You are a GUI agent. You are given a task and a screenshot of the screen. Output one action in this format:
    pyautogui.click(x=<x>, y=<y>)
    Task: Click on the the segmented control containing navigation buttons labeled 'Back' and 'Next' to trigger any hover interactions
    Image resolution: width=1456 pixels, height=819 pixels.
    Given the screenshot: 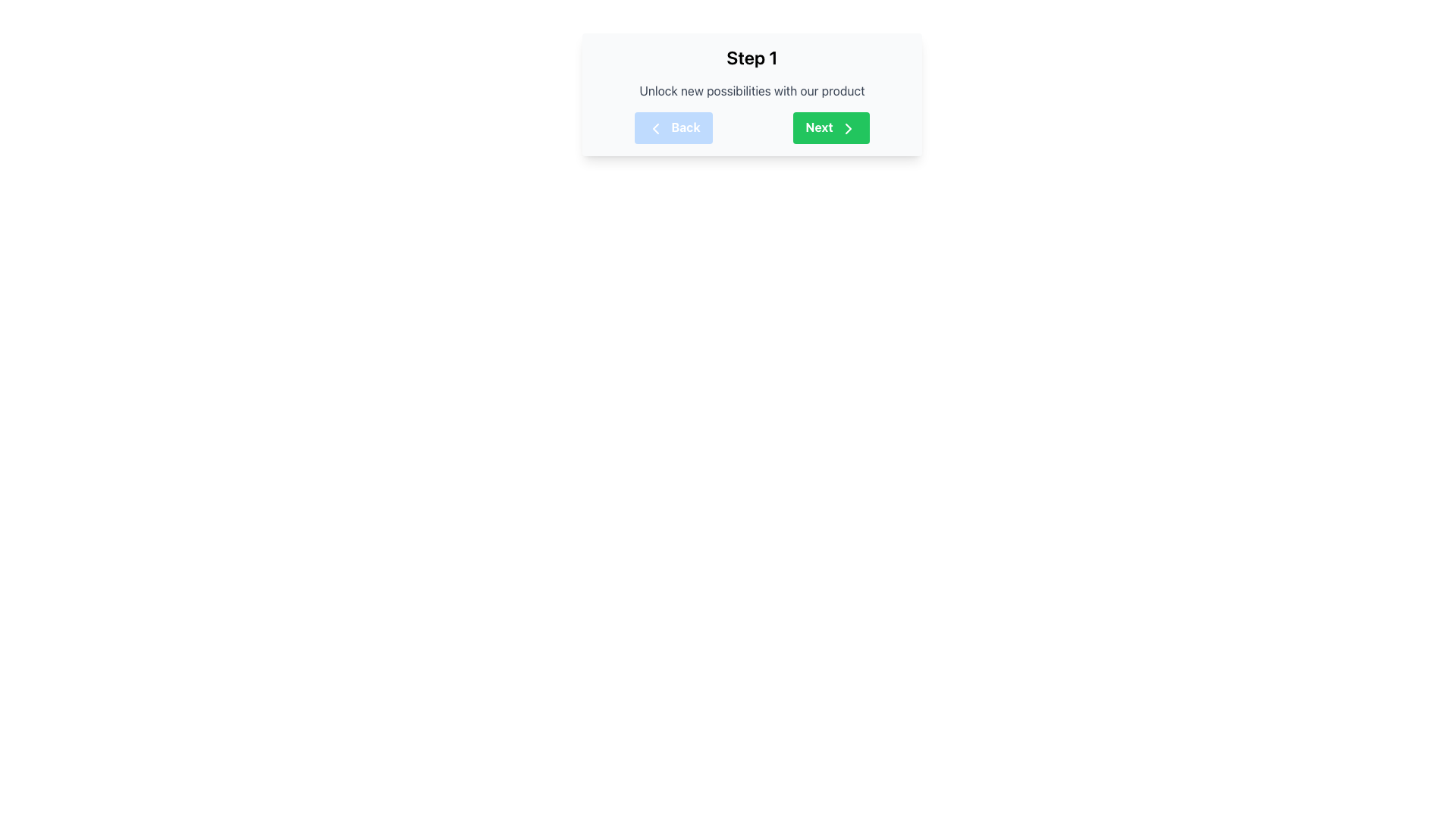 What is the action you would take?
    pyautogui.click(x=752, y=127)
    